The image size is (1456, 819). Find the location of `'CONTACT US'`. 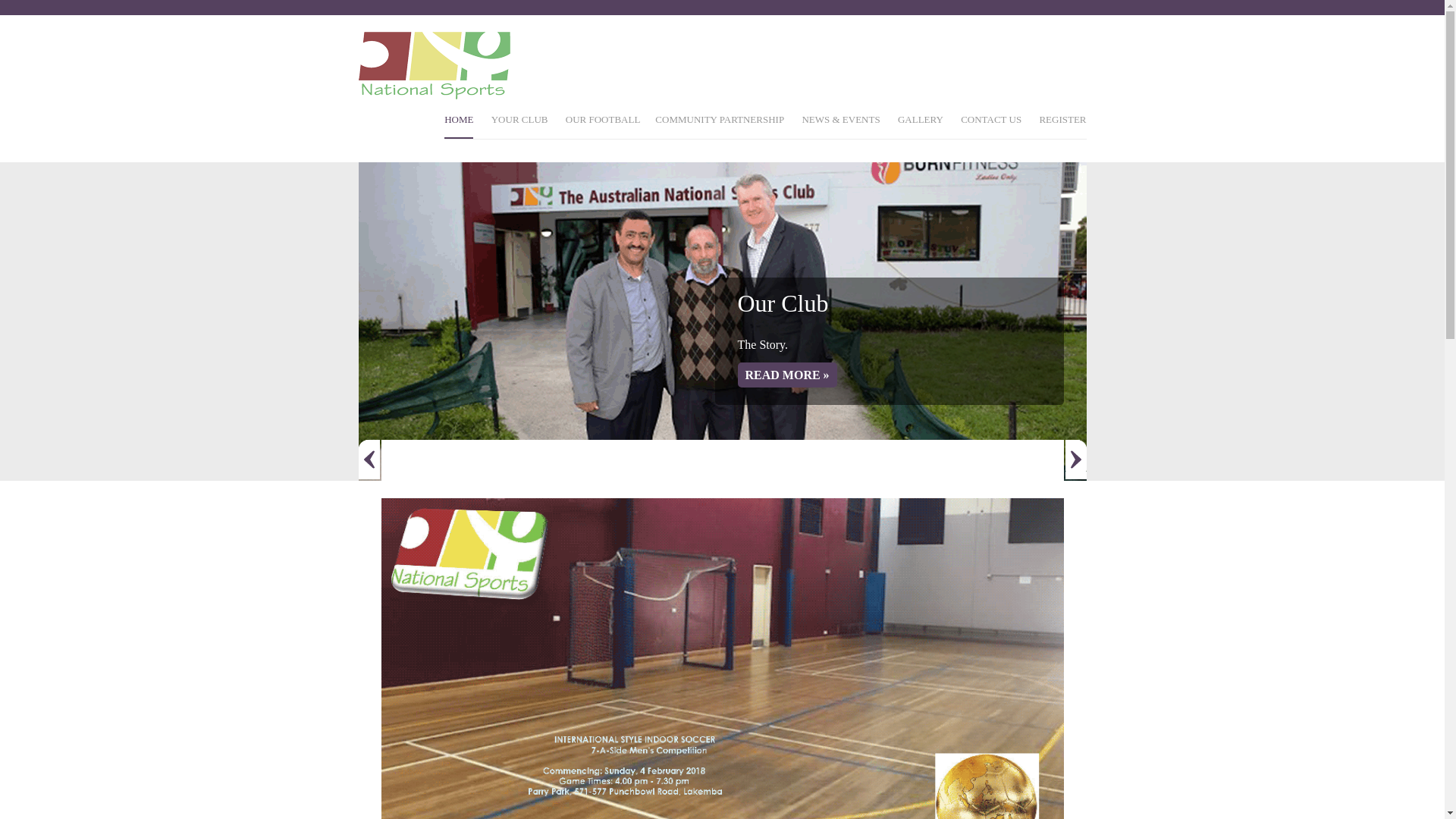

'CONTACT US' is located at coordinates (990, 125).